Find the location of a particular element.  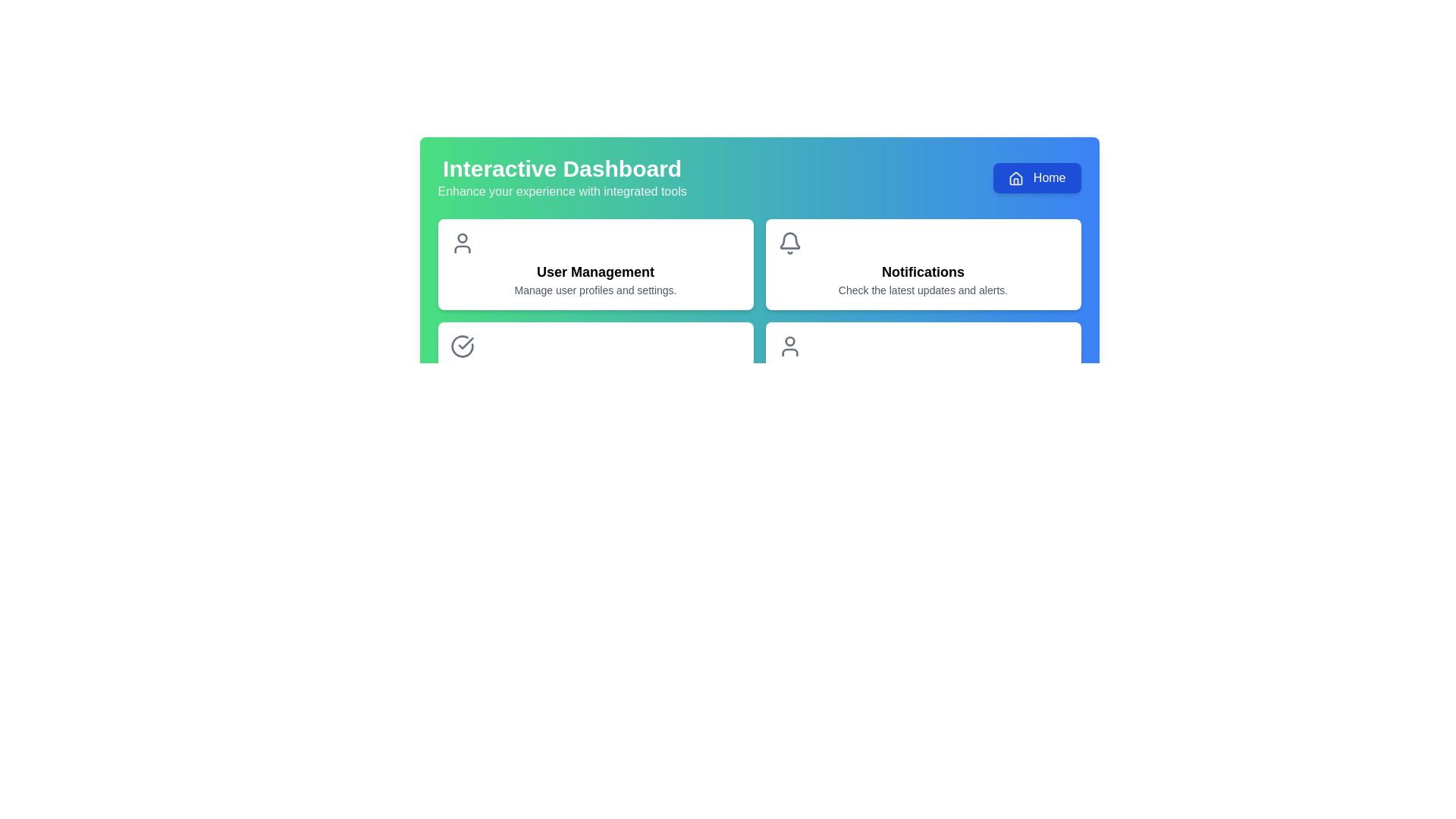

the text label displaying 'Check the latest updates and alerts.' which is positioned below the 'Notifications' title in the upper-right quadrant of the interface is located at coordinates (922, 290).